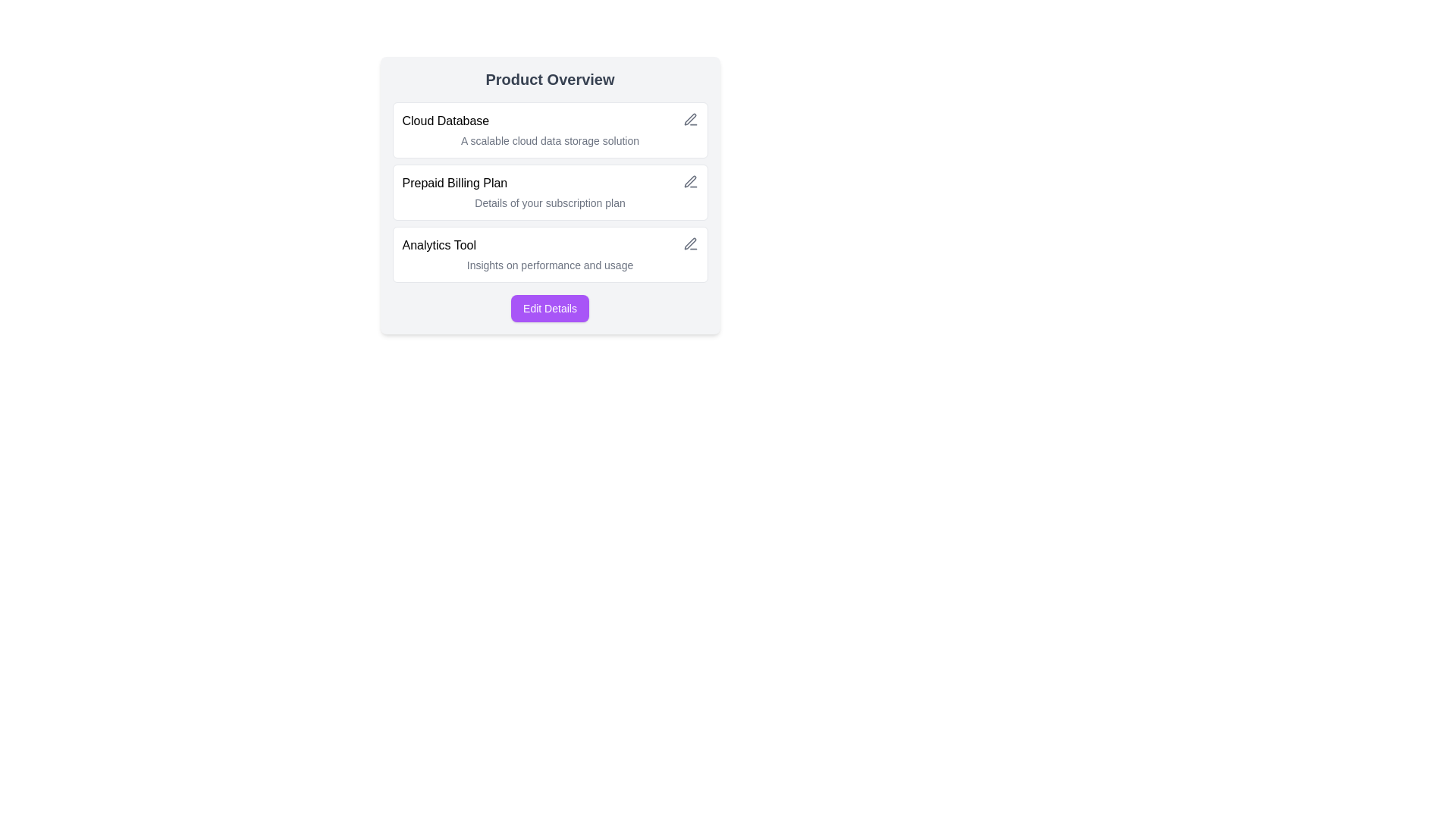  I want to click on the second Informational card component titled 'Prepaid Billing Plan', which features a white background, rounded corners, and a pen icon at the top-right corner, so click(549, 192).